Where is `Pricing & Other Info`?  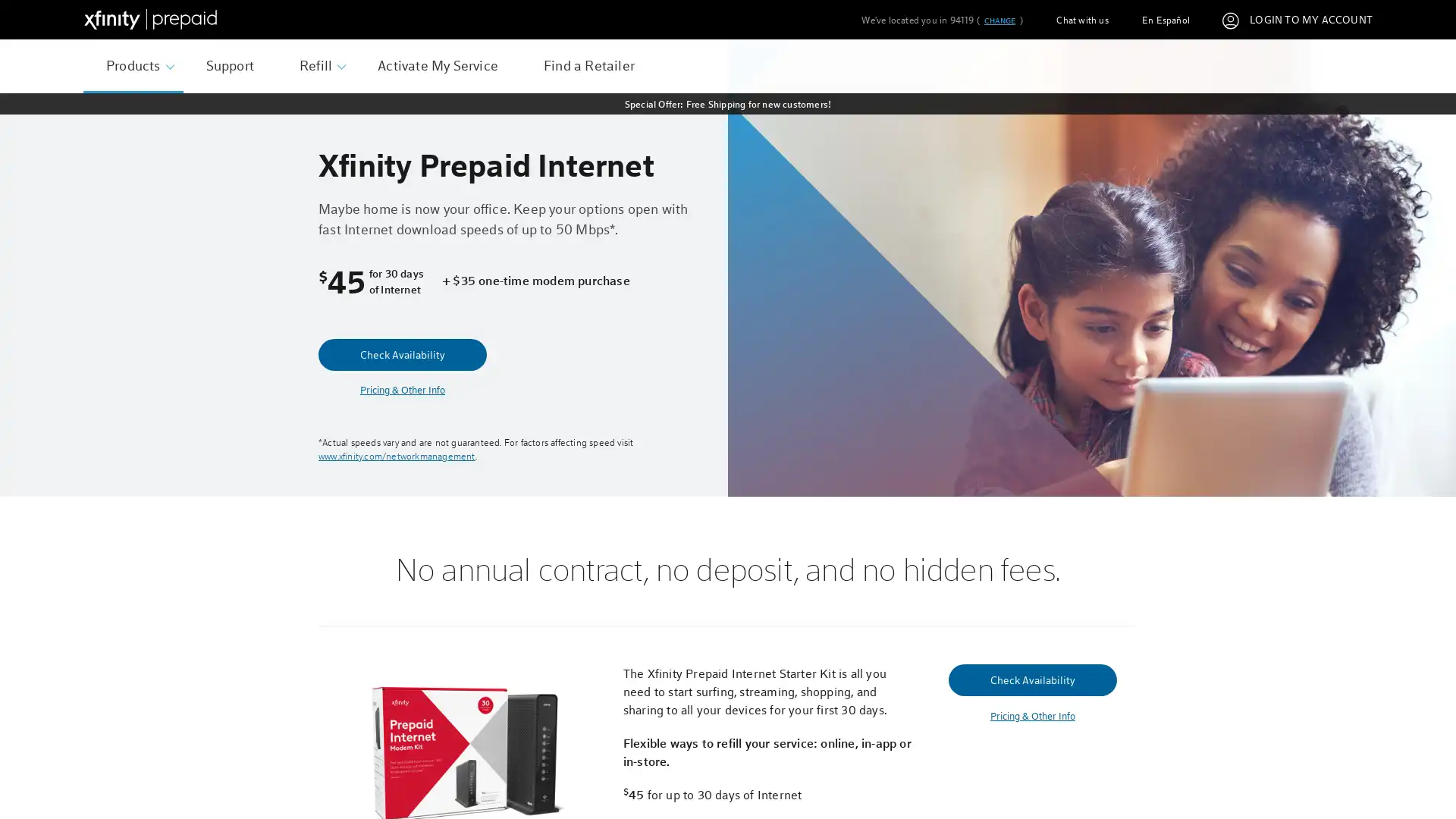 Pricing & Other Info is located at coordinates (1031, 716).